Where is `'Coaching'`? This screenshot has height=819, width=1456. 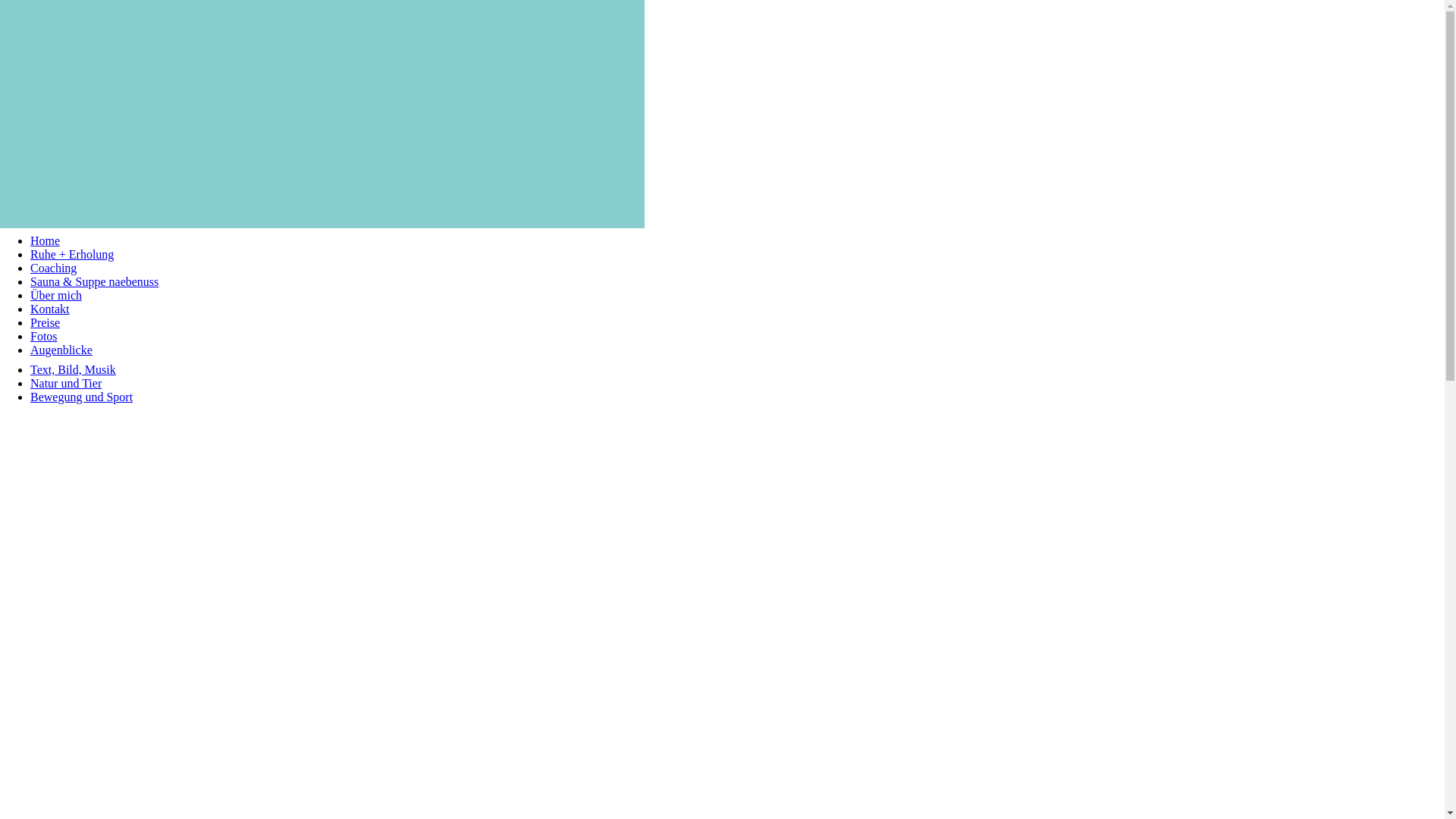 'Coaching' is located at coordinates (53, 267).